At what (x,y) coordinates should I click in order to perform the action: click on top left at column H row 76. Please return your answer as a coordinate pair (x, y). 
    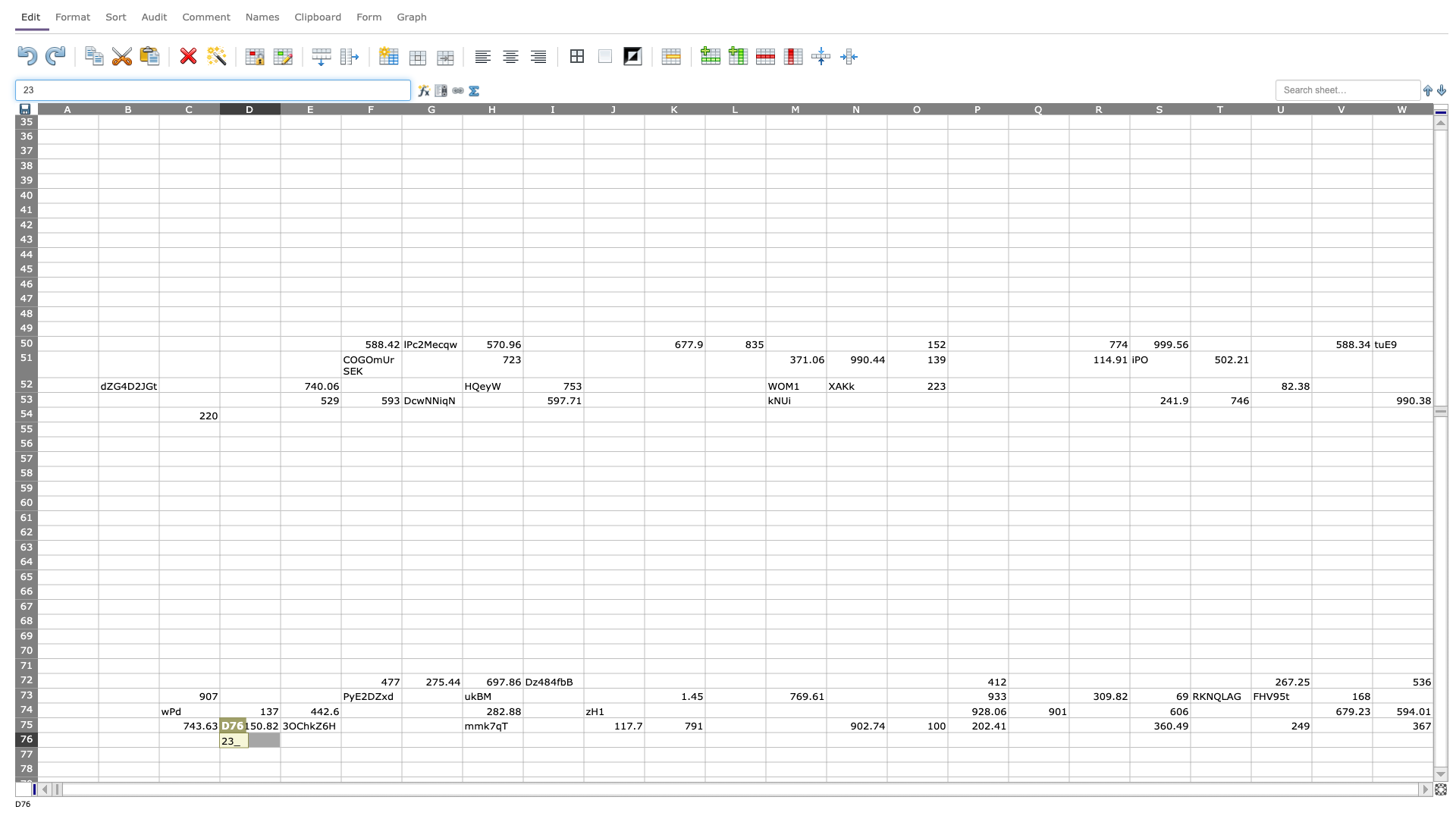
    Looking at the image, I should click on (461, 731).